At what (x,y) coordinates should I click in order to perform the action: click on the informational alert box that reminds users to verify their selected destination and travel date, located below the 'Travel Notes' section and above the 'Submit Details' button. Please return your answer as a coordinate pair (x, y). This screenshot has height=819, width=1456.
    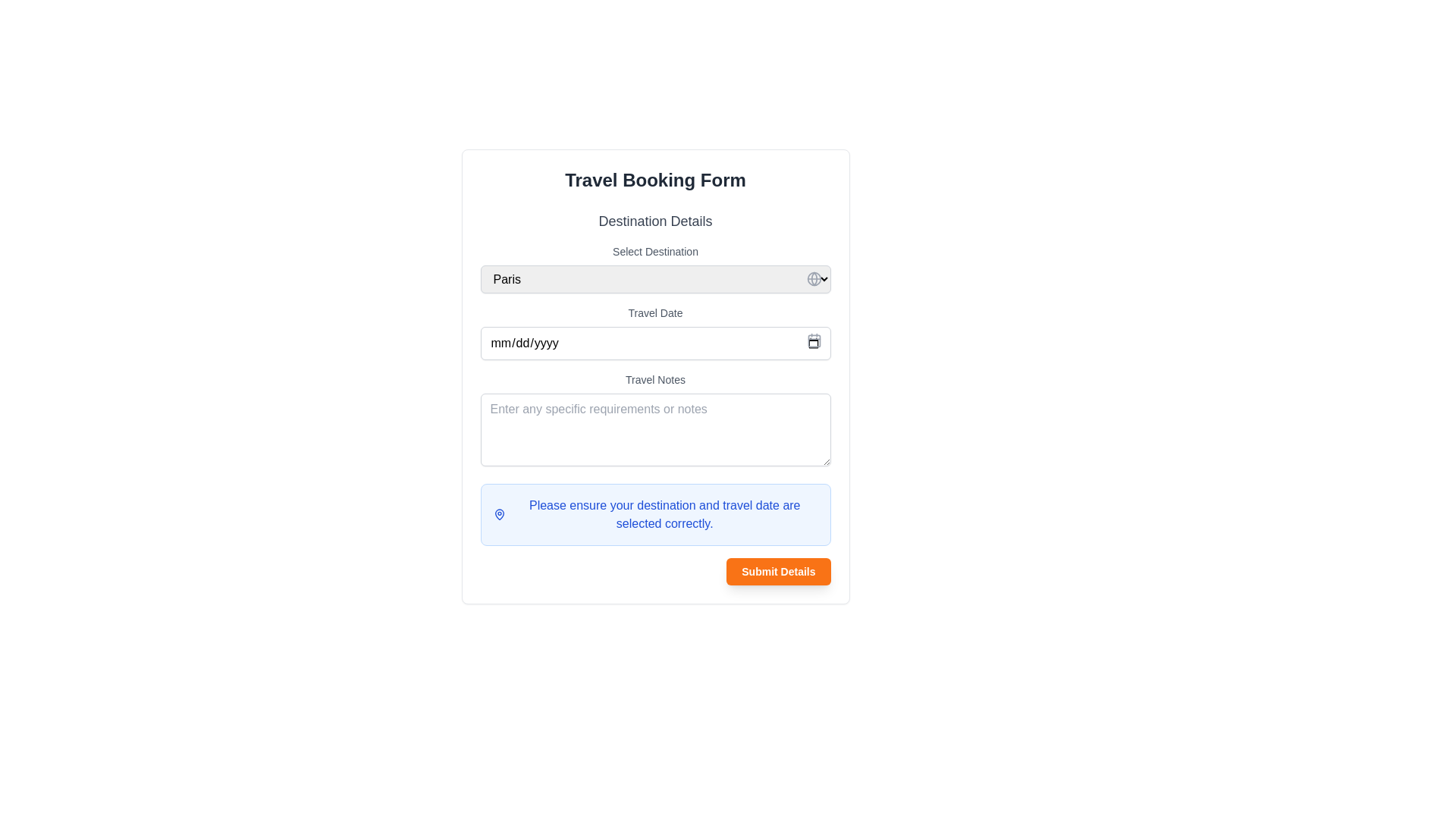
    Looking at the image, I should click on (655, 513).